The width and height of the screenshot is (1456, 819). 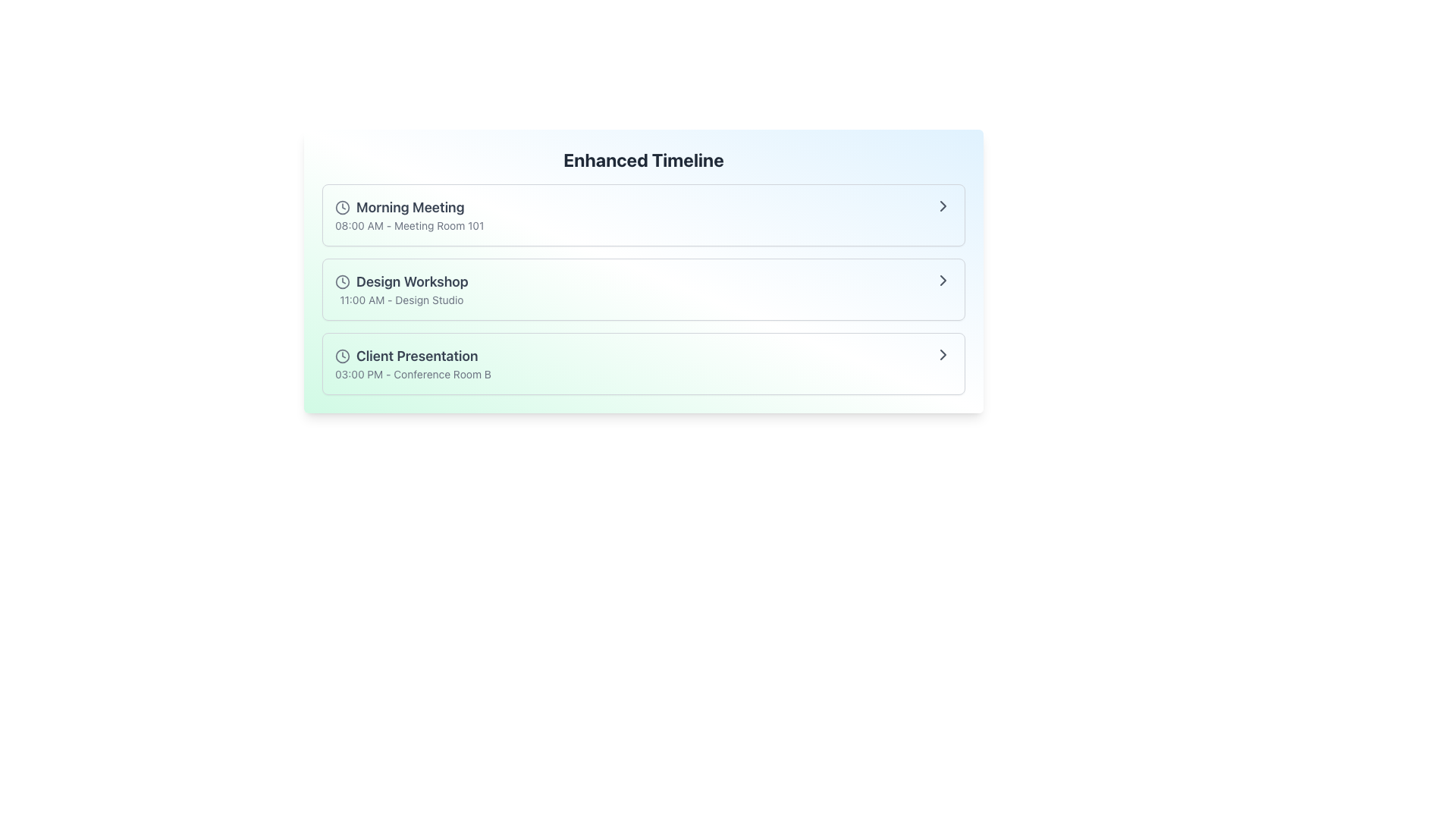 I want to click on the third event card in the timeline interface, so click(x=644, y=363).